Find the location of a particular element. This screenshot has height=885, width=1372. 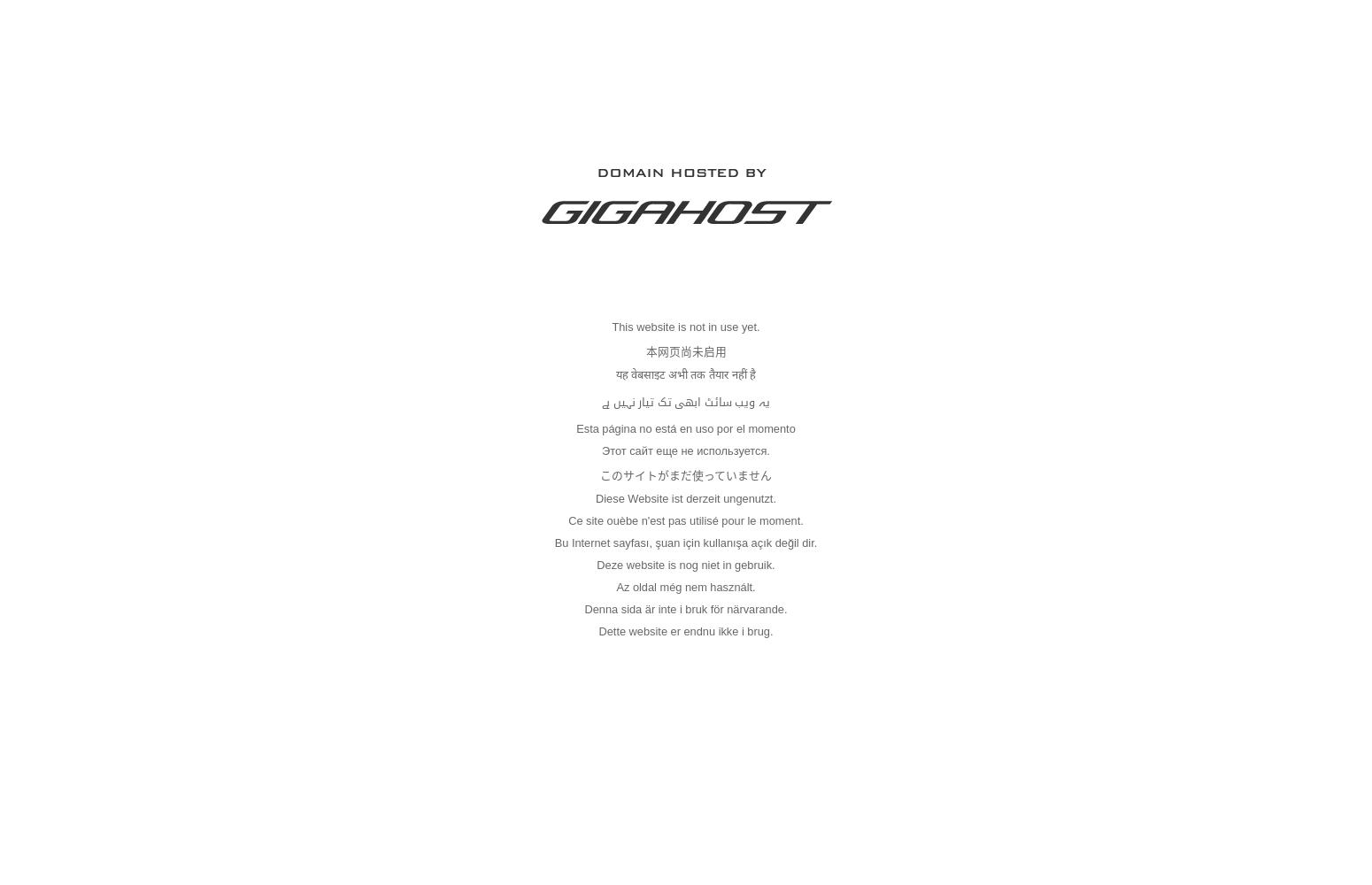

'Esta página no está en uso por el momento' is located at coordinates (575, 427).